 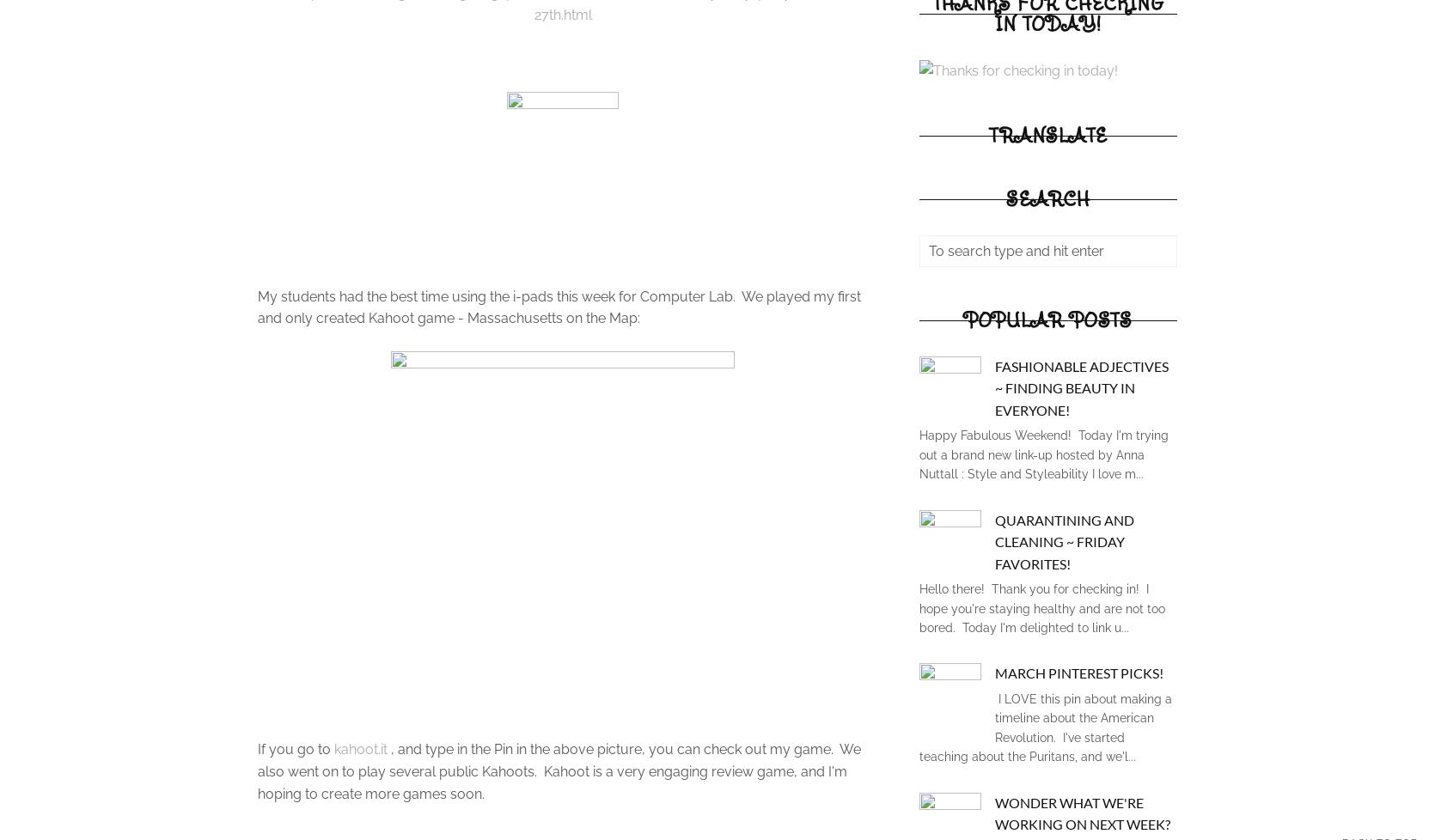 What do you see at coordinates (1041, 608) in the screenshot?
I see `'Hello there!  Thank you for checking in!  I hope you're staying healthy and are not too bored.  Today I'm delighted to link u...'` at bounding box center [1041, 608].